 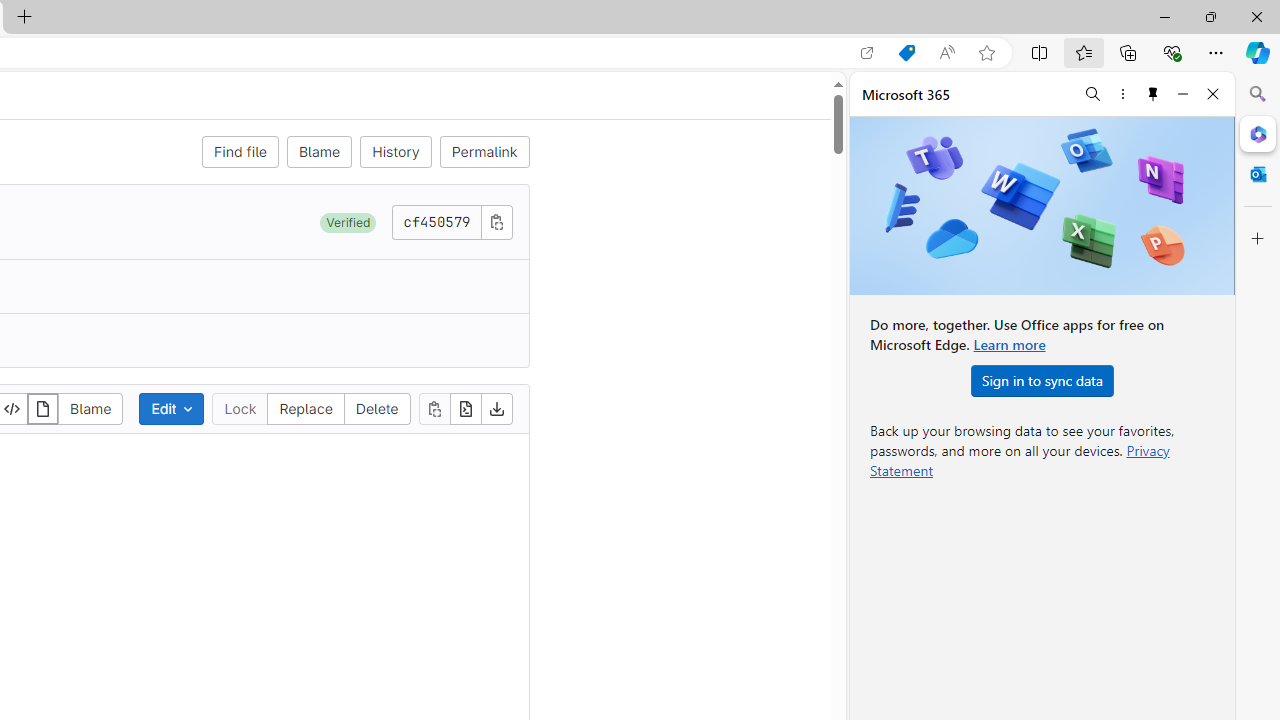 I want to click on 'Delete', so click(x=376, y=407).